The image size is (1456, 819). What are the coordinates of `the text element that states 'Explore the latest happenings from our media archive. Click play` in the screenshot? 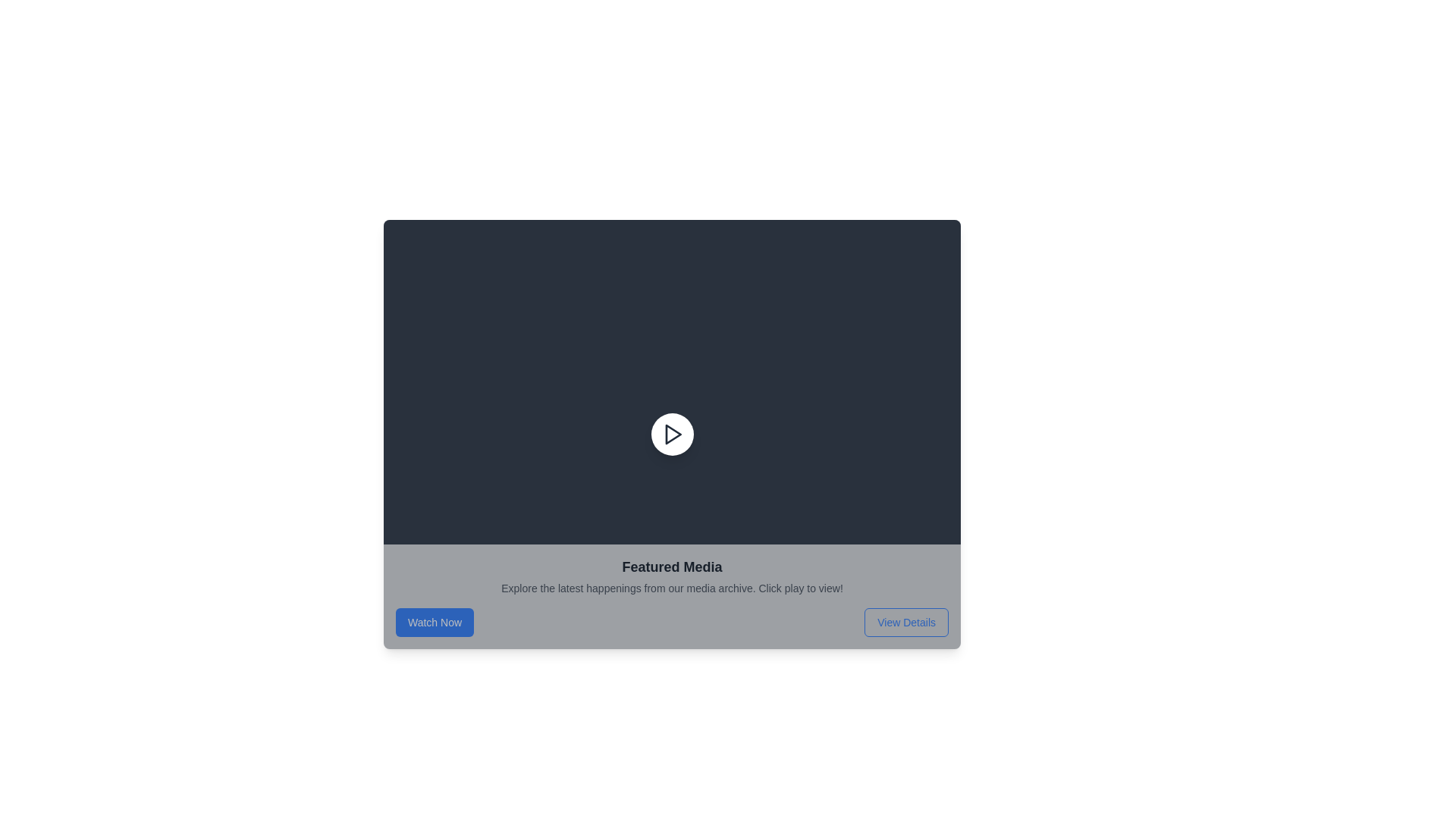 It's located at (671, 588).